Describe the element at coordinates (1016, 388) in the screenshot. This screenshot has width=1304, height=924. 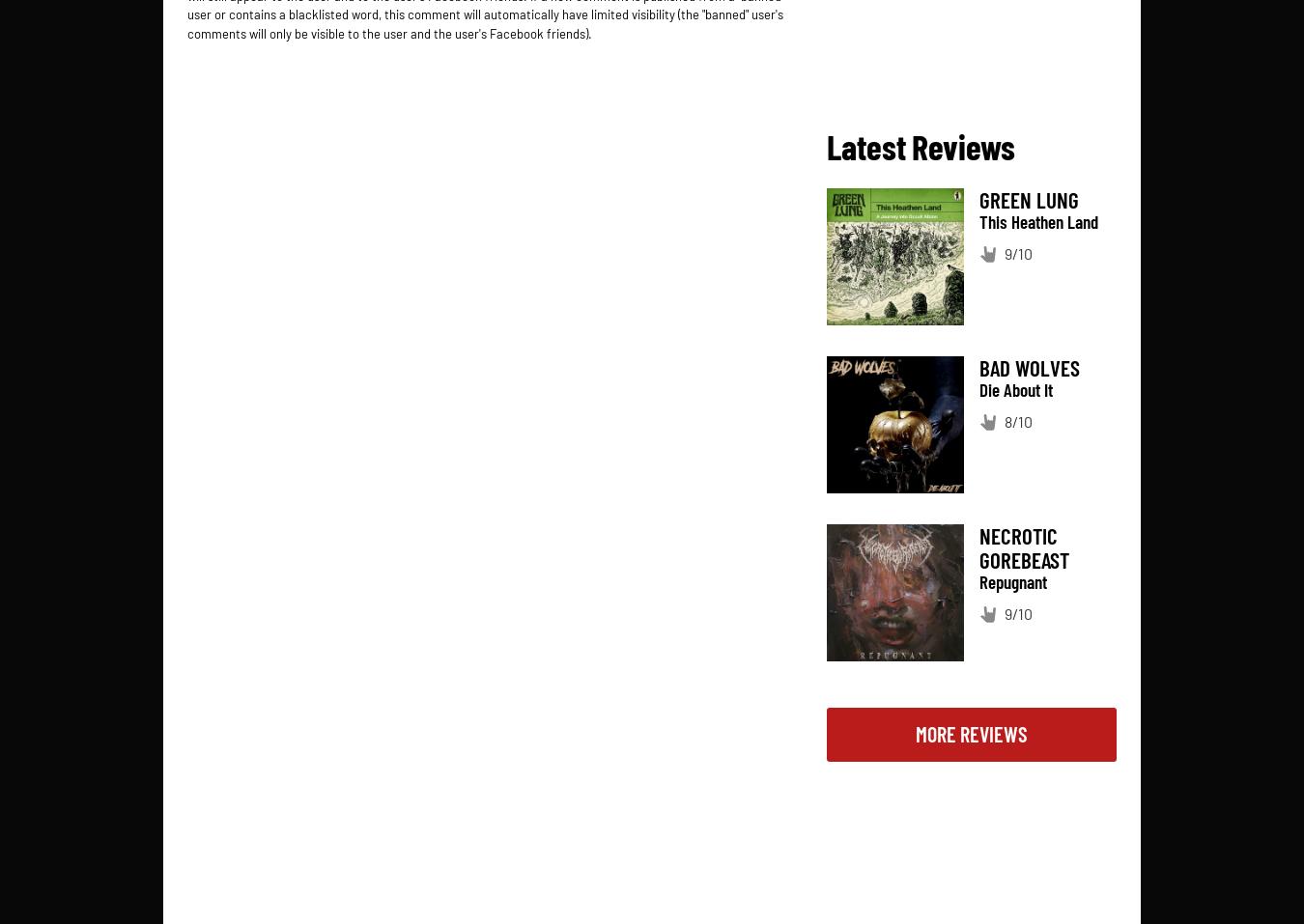
I see `'Die About It'` at that location.